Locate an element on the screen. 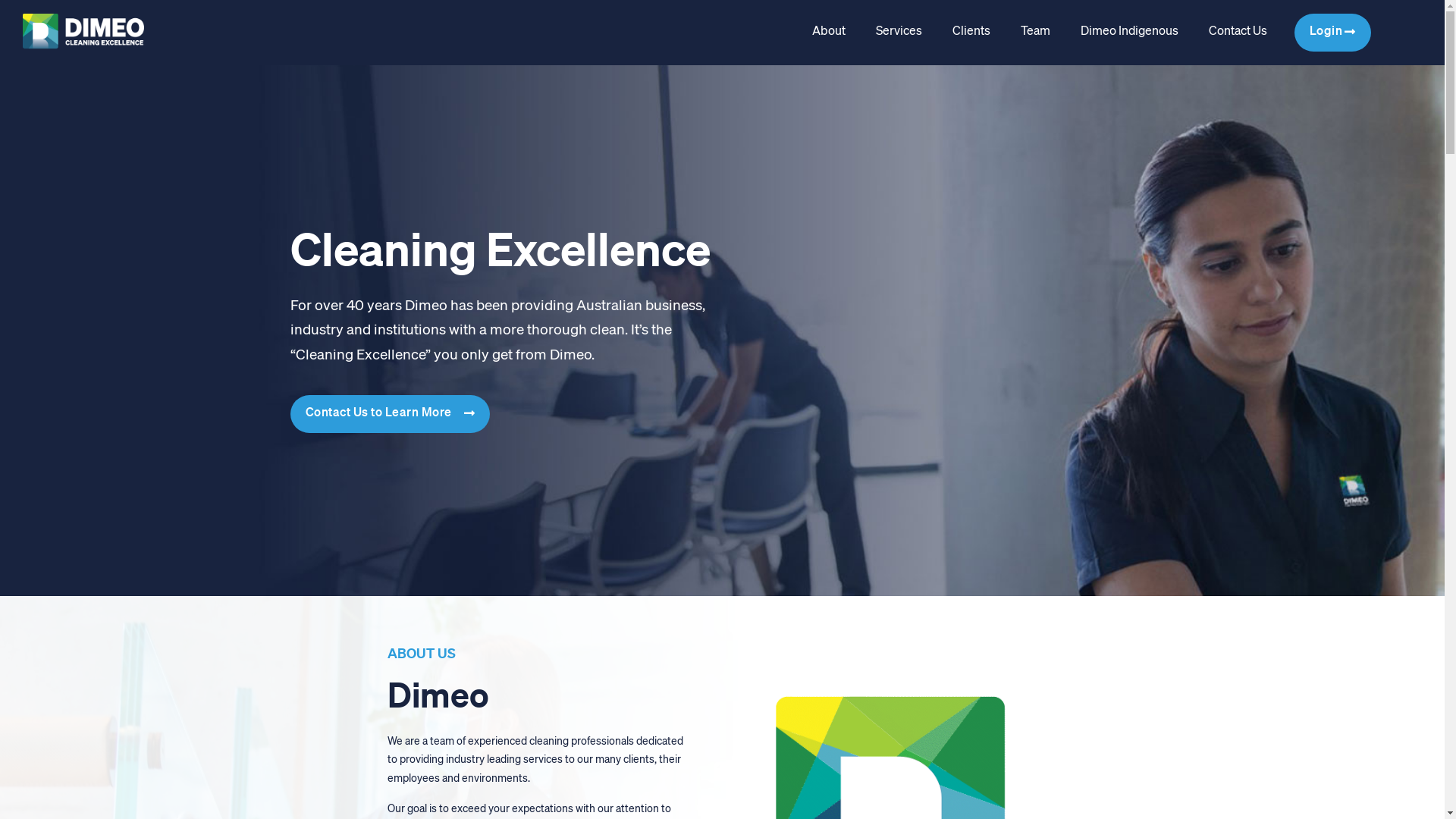 The width and height of the screenshot is (1456, 819). 'Team' is located at coordinates (1005, 32).